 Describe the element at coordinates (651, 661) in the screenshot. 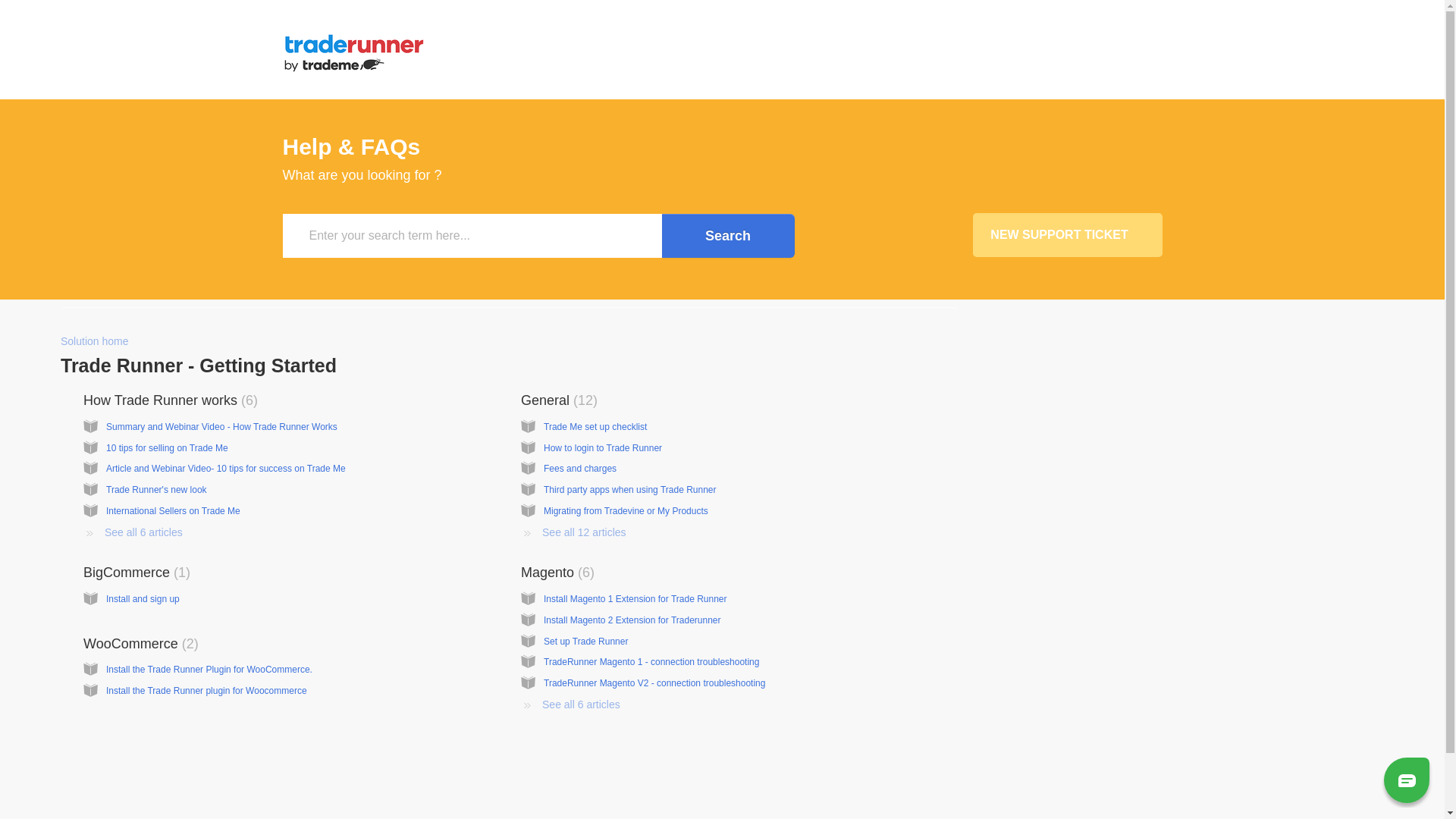

I see `'TradeRunner Magento 1 - connection troubleshooting'` at that location.